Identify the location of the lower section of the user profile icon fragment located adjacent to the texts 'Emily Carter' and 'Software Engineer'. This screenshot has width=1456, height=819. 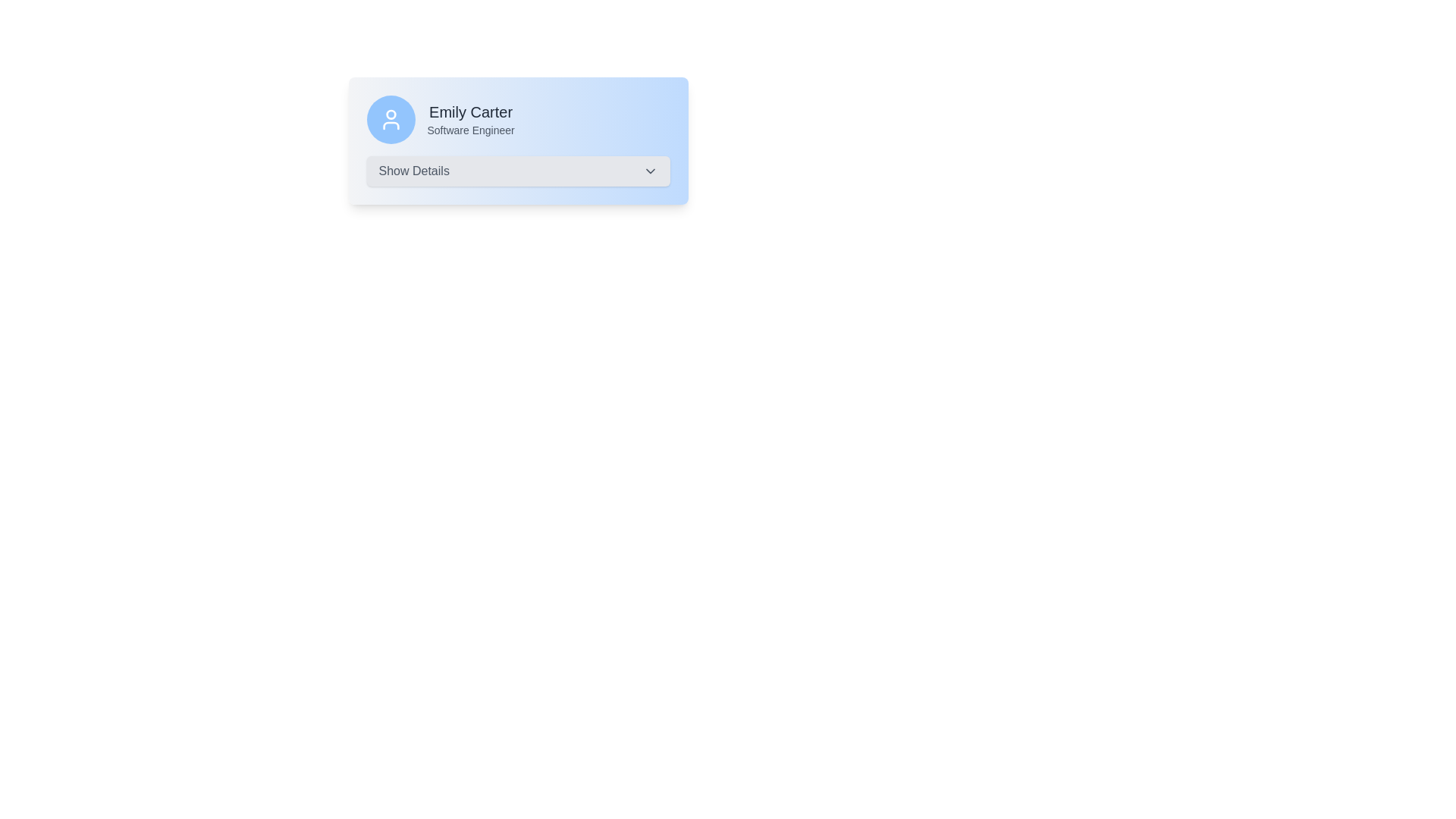
(391, 124).